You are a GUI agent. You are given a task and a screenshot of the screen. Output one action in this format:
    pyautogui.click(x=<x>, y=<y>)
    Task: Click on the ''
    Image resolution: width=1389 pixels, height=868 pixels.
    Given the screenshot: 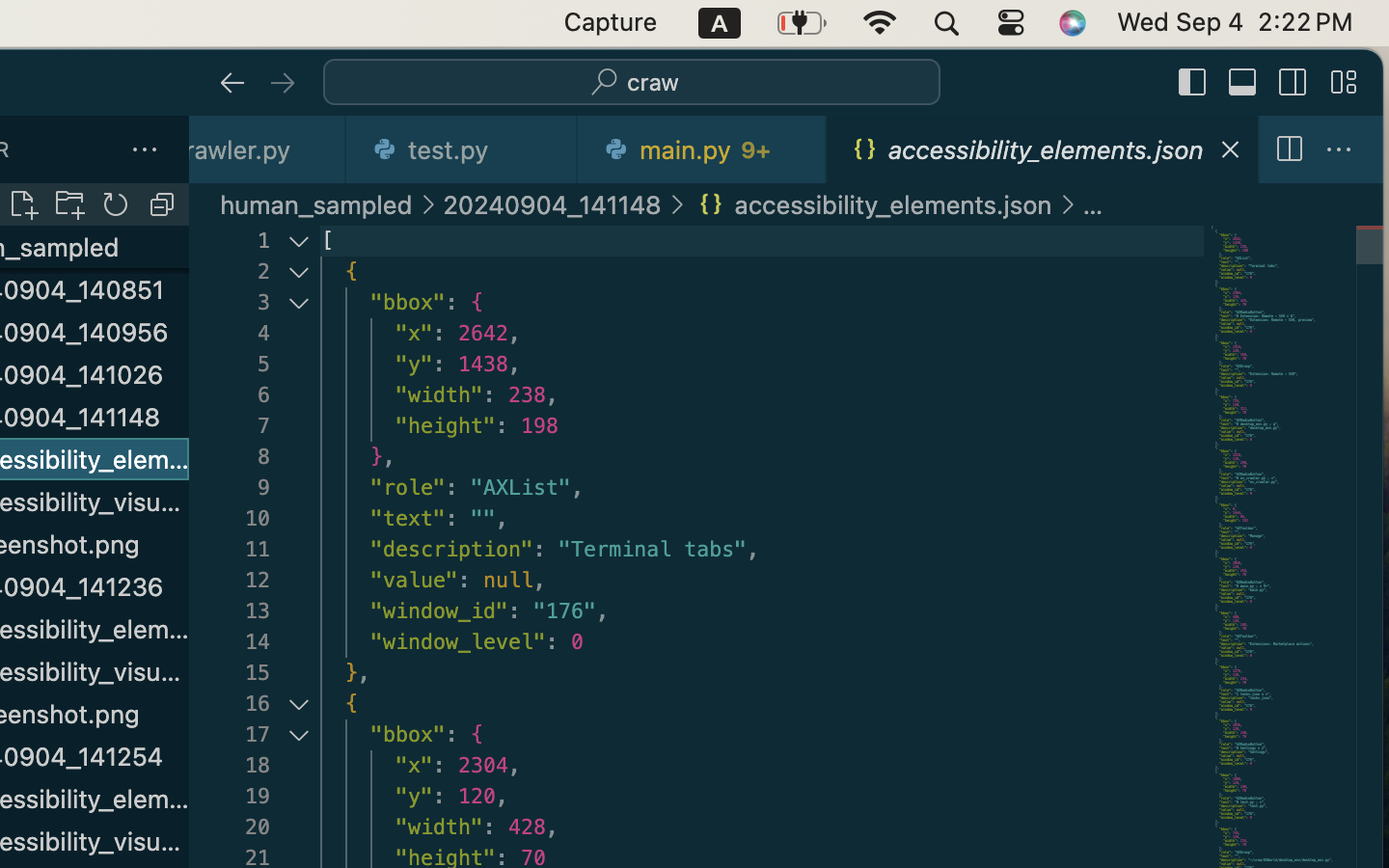 What is the action you would take?
    pyautogui.click(x=1191, y=82)
    